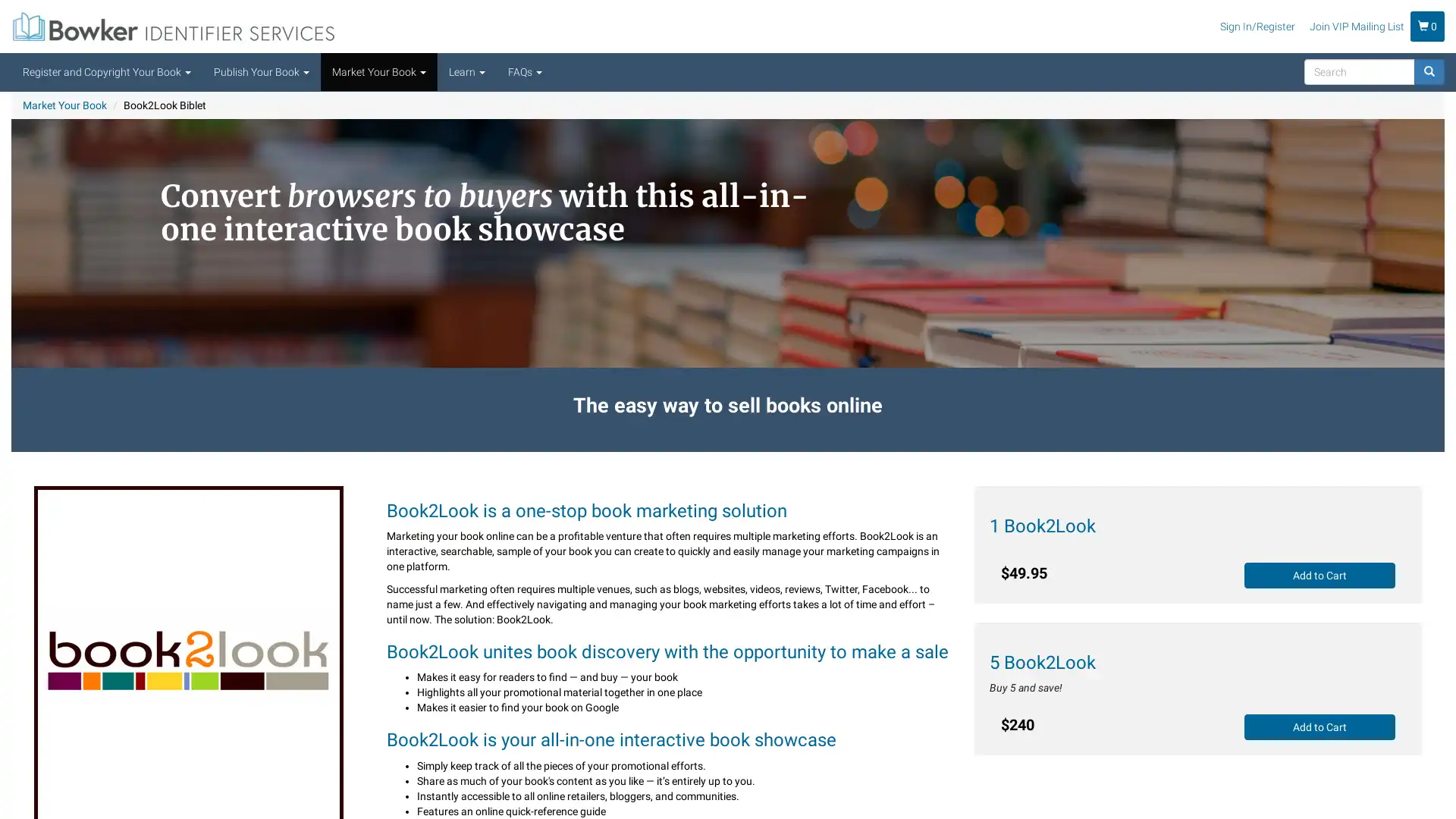 Image resolution: width=1456 pixels, height=819 pixels. What do you see at coordinates (1351, 90) in the screenshot?
I see `Search` at bounding box center [1351, 90].